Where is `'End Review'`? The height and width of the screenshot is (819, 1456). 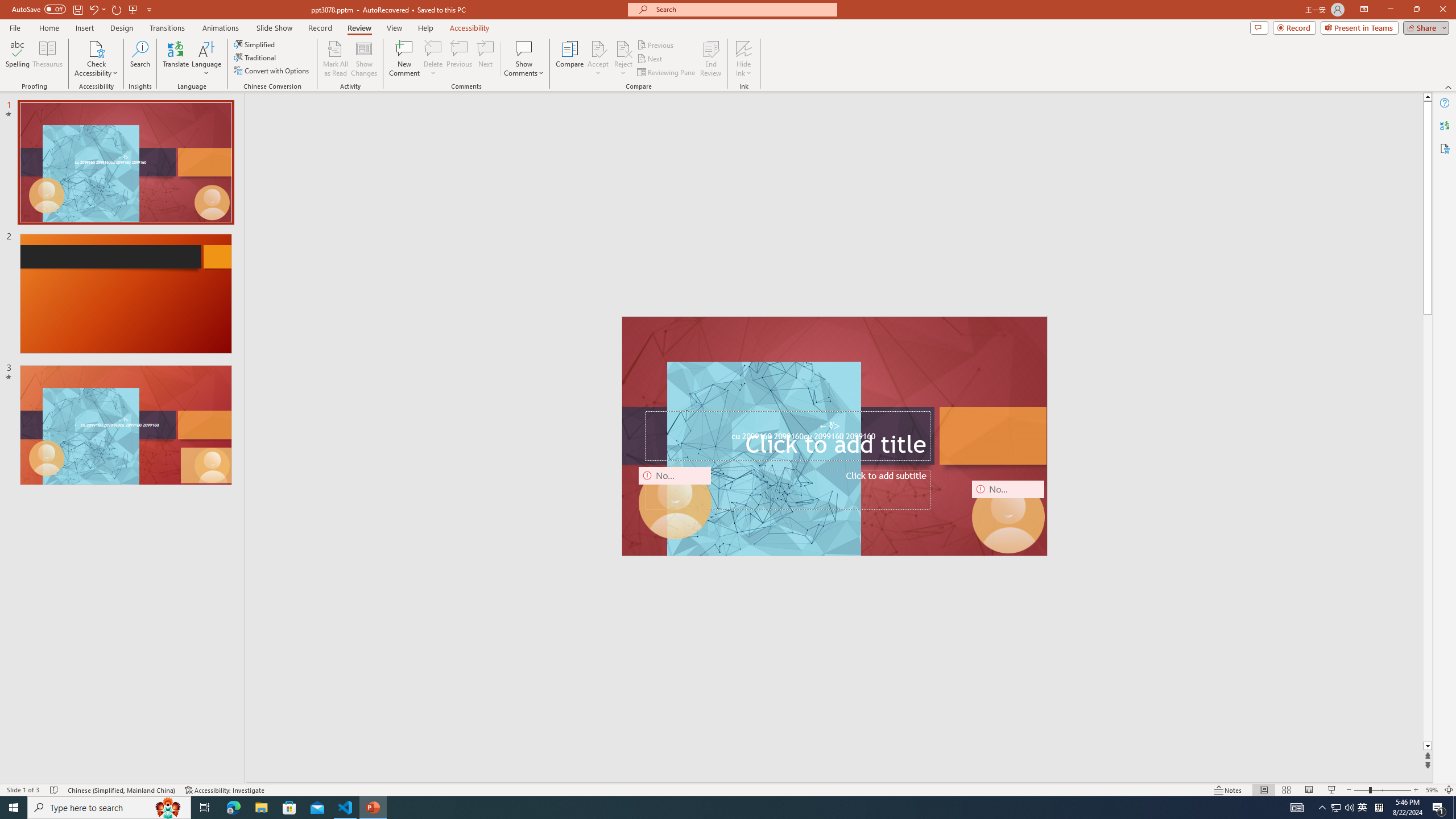 'End Review' is located at coordinates (710, 59).